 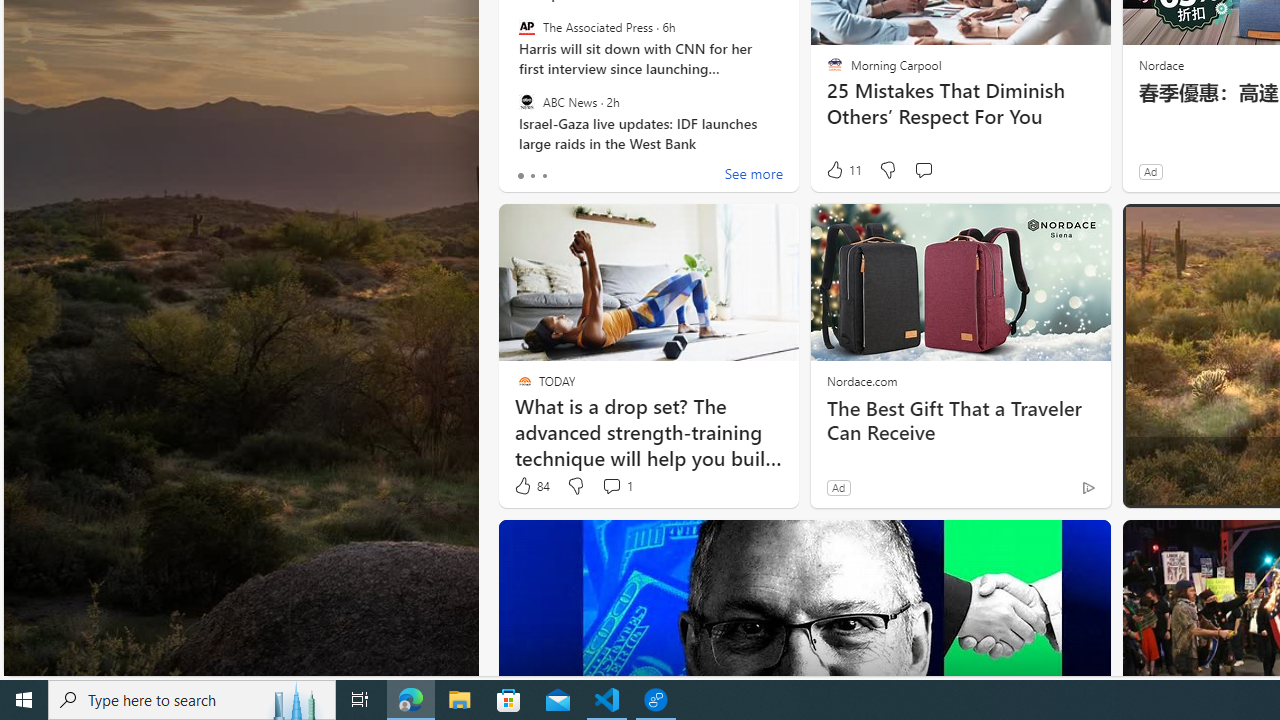 What do you see at coordinates (532, 175) in the screenshot?
I see `'tab-1'` at bounding box center [532, 175].